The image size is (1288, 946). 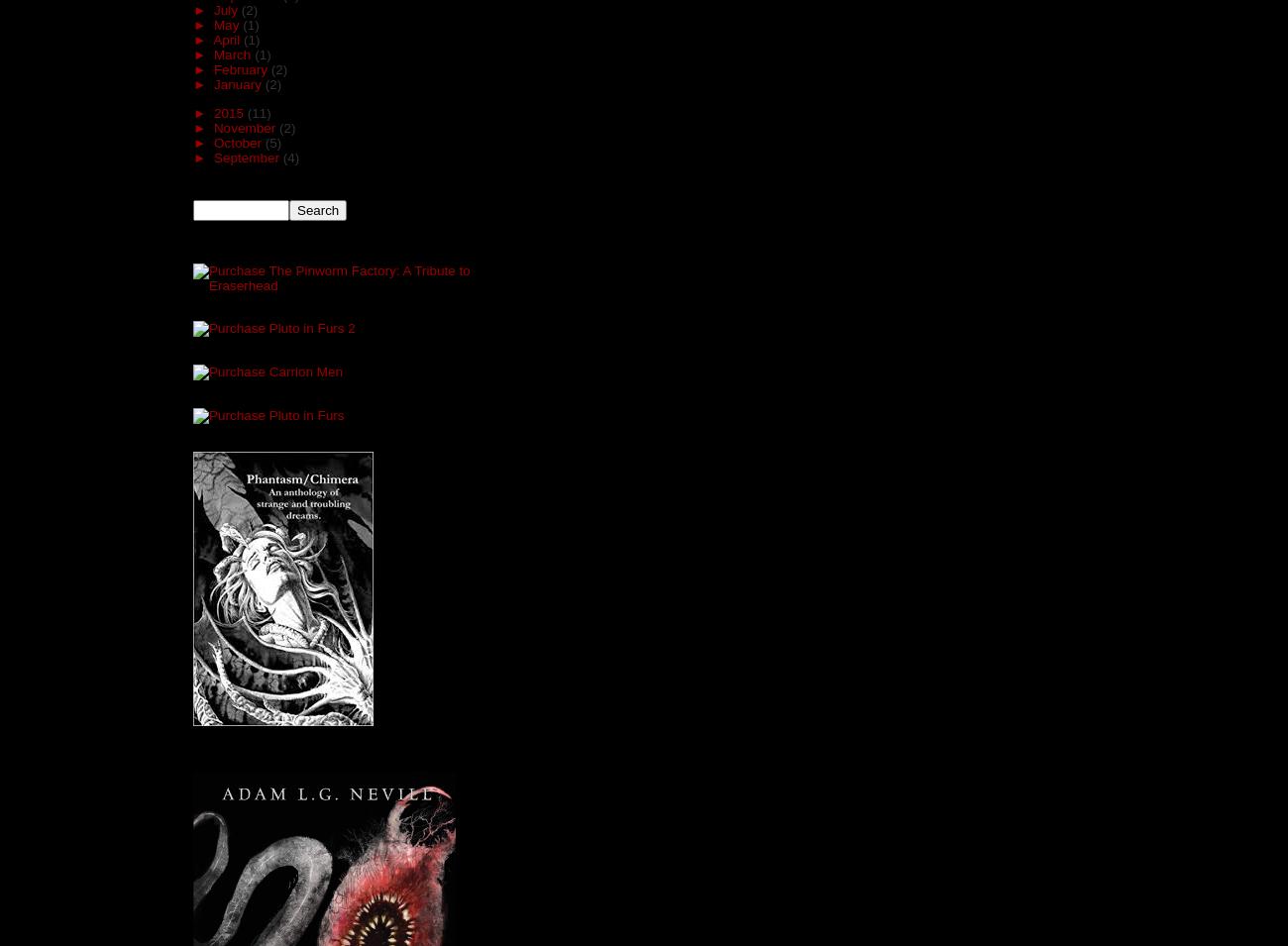 I want to click on 'January', so click(x=238, y=83).